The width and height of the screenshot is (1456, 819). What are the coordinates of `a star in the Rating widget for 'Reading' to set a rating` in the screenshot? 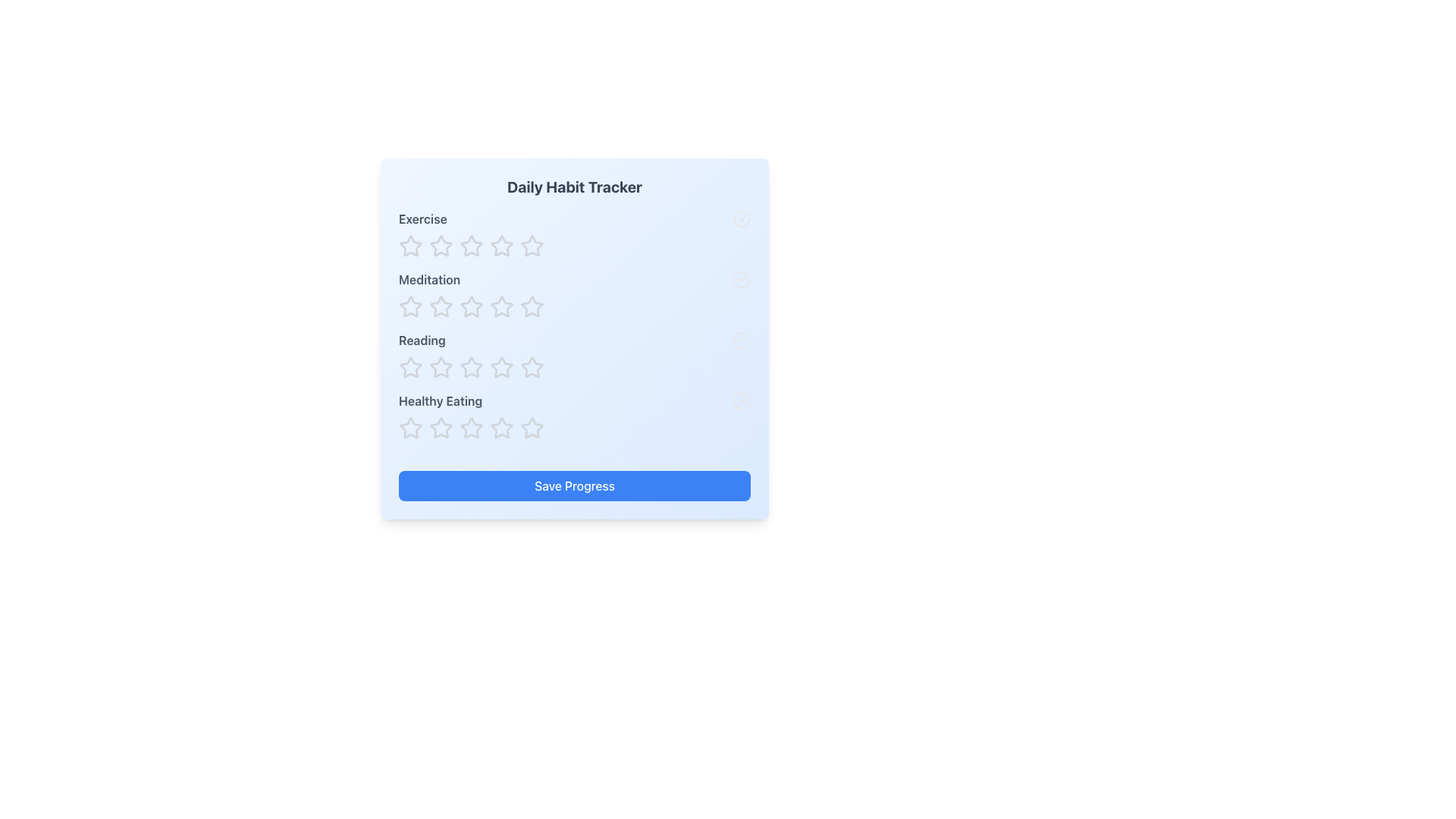 It's located at (574, 368).